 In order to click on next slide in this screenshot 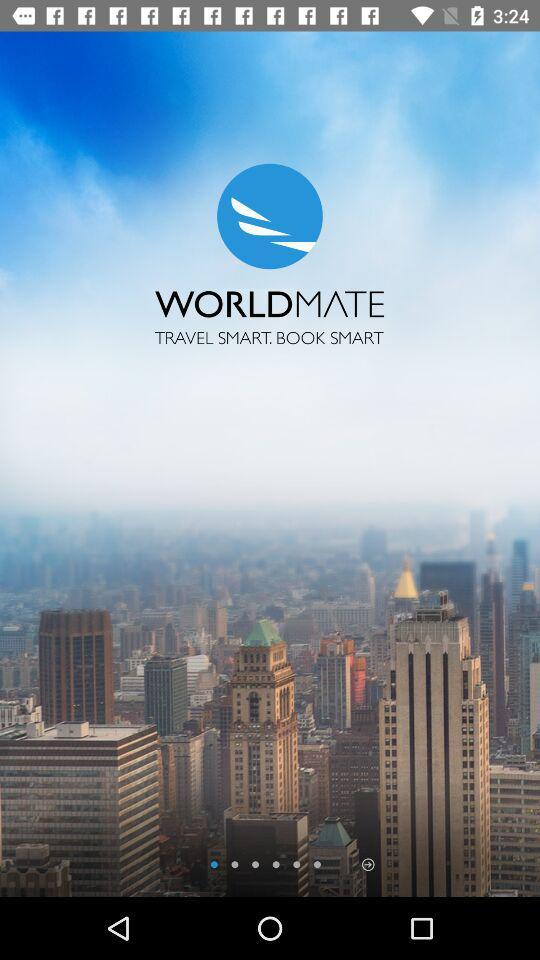, I will do `click(367, 863)`.